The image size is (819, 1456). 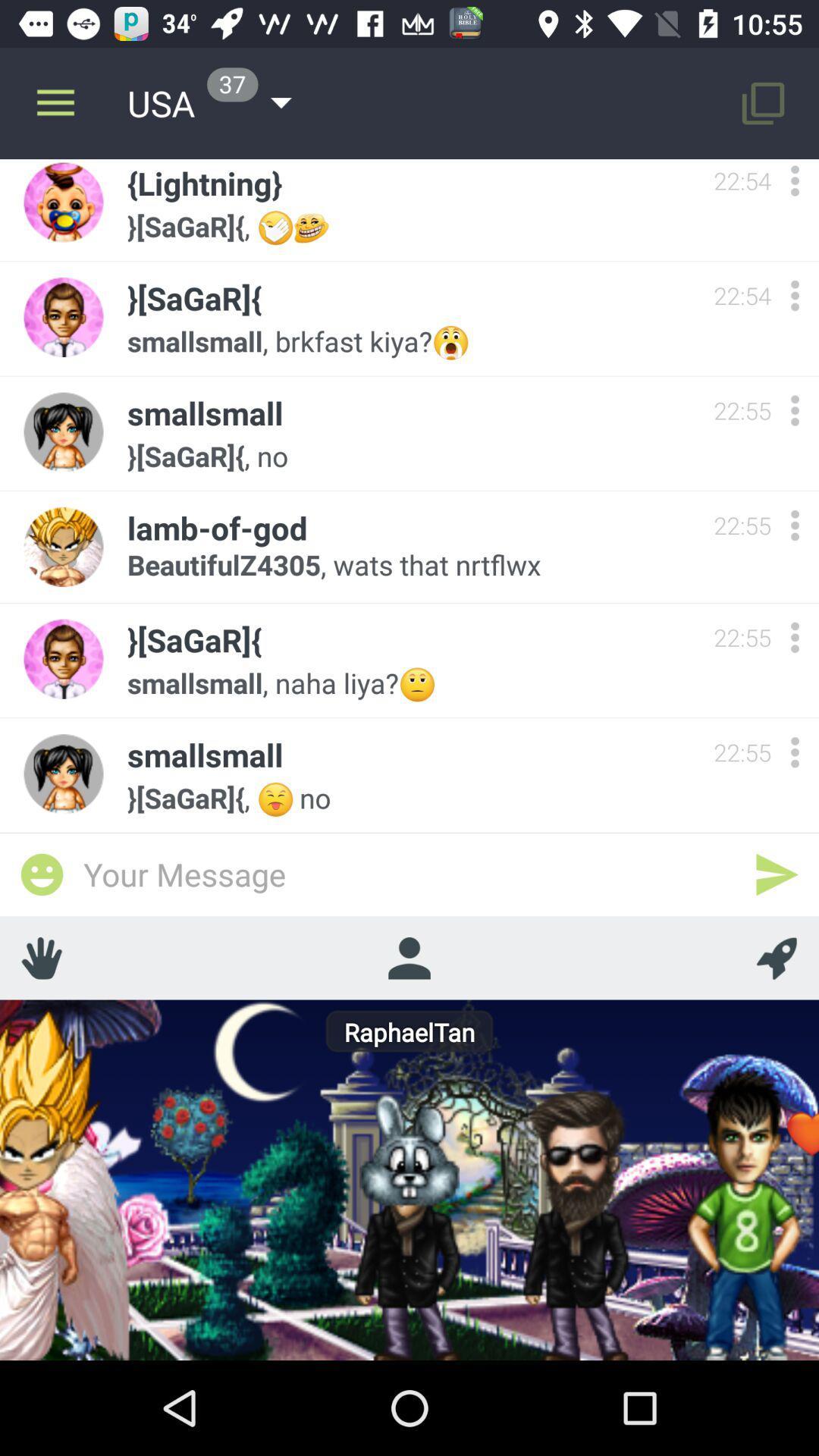 I want to click on upload icon, so click(x=777, y=957).